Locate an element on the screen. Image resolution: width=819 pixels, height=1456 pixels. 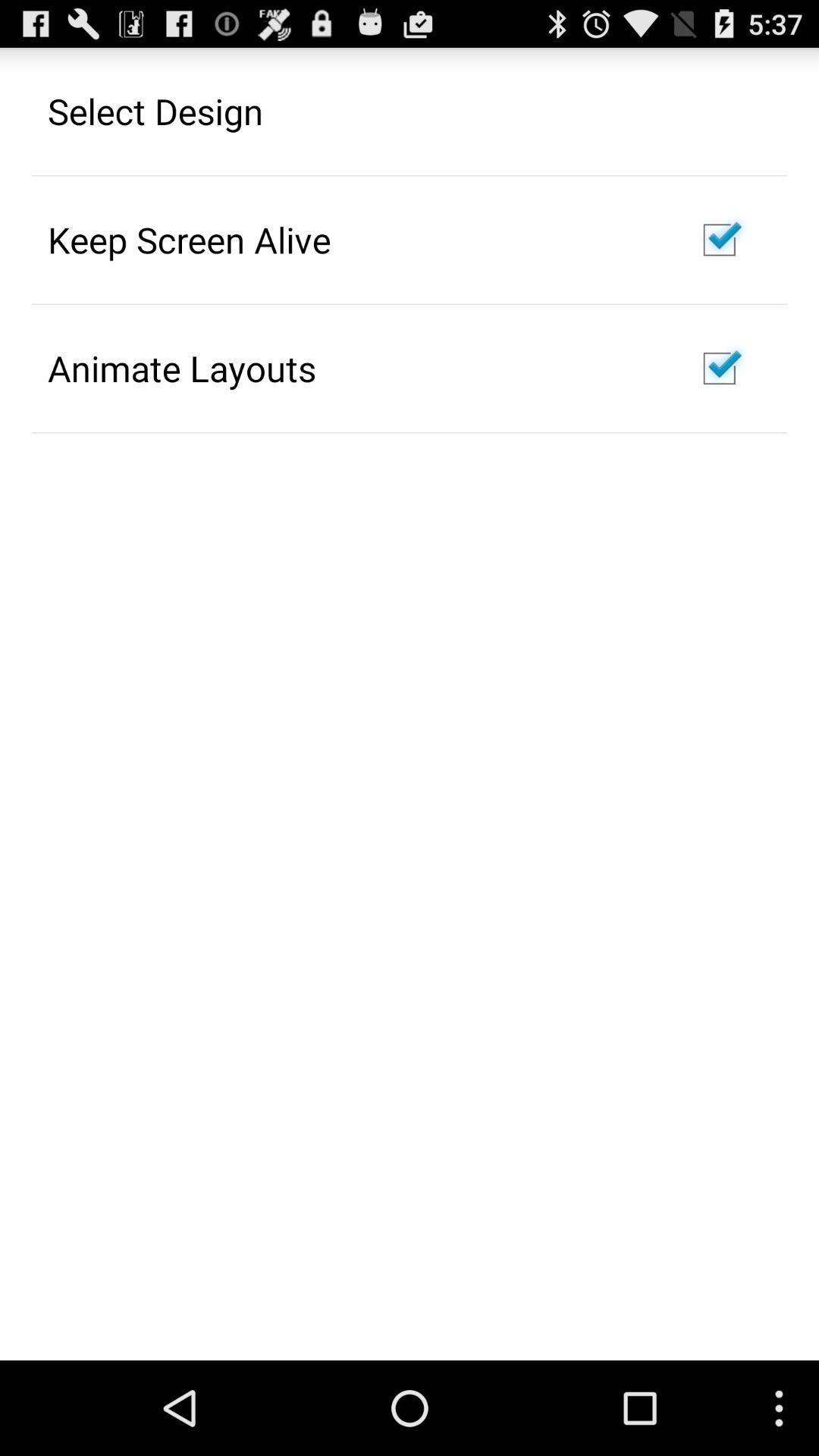
icon below keep screen alive item is located at coordinates (180, 368).